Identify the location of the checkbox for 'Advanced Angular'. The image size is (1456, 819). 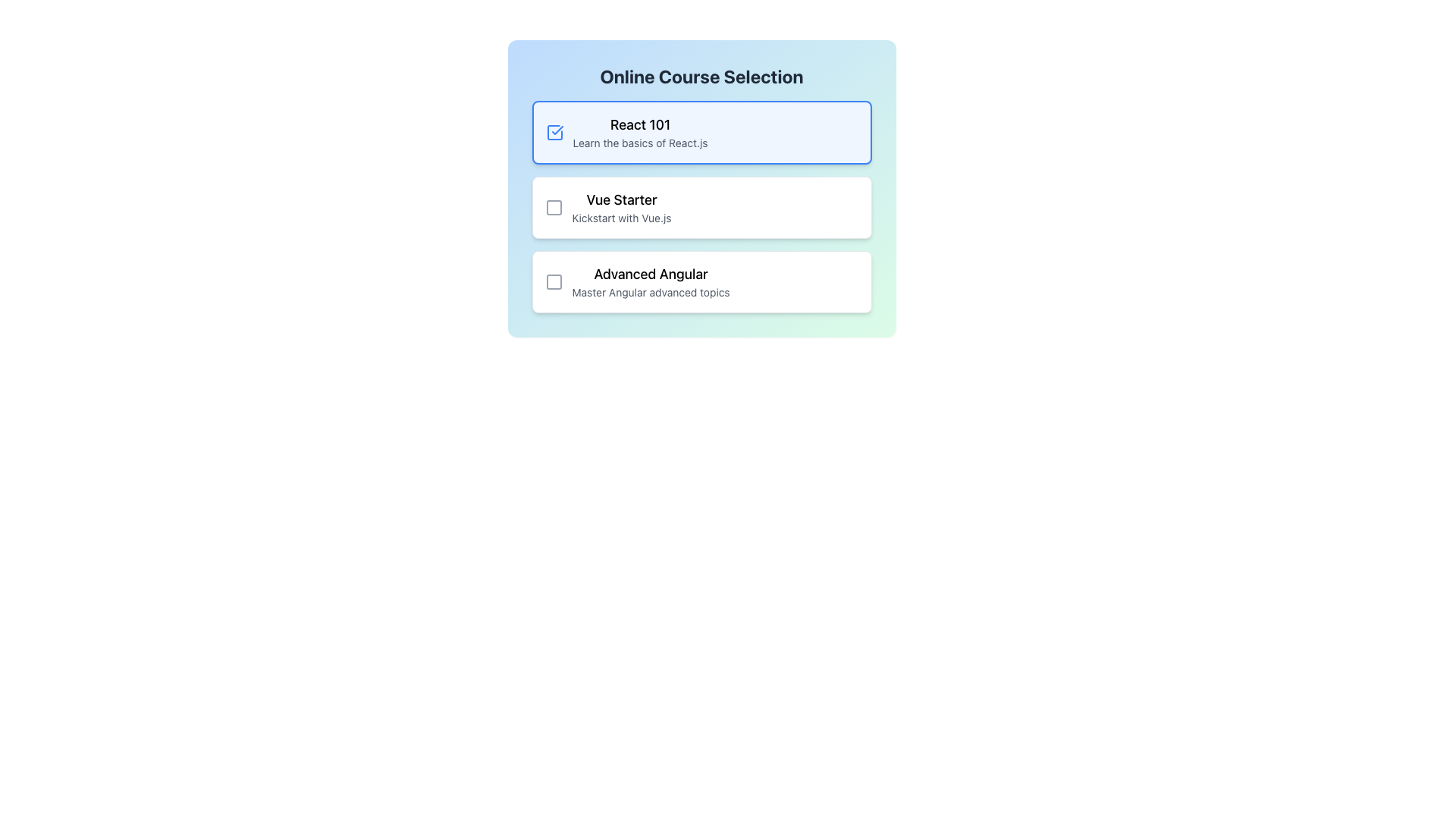
(553, 281).